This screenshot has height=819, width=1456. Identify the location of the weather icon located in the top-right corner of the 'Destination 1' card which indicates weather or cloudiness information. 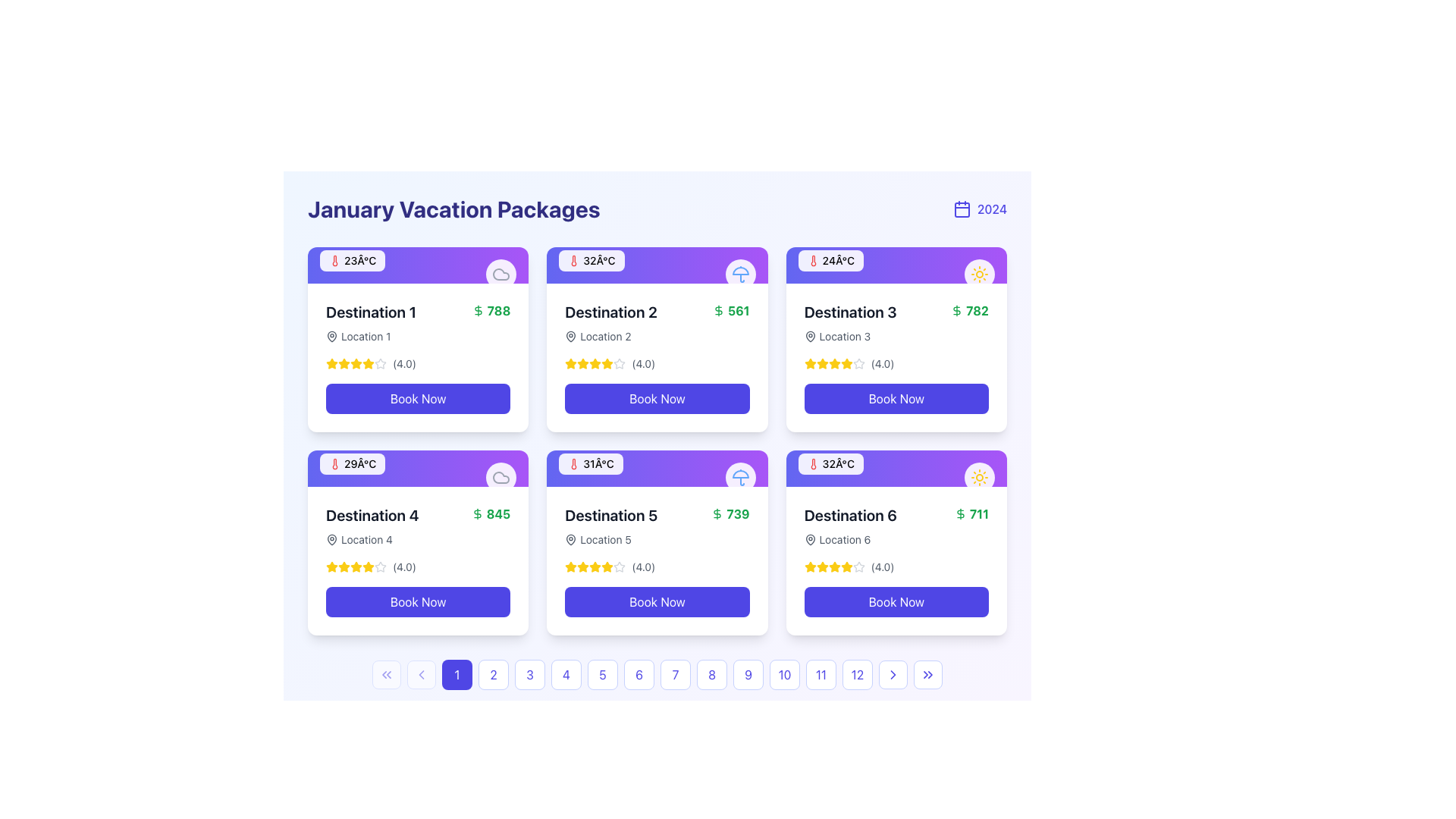
(501, 275).